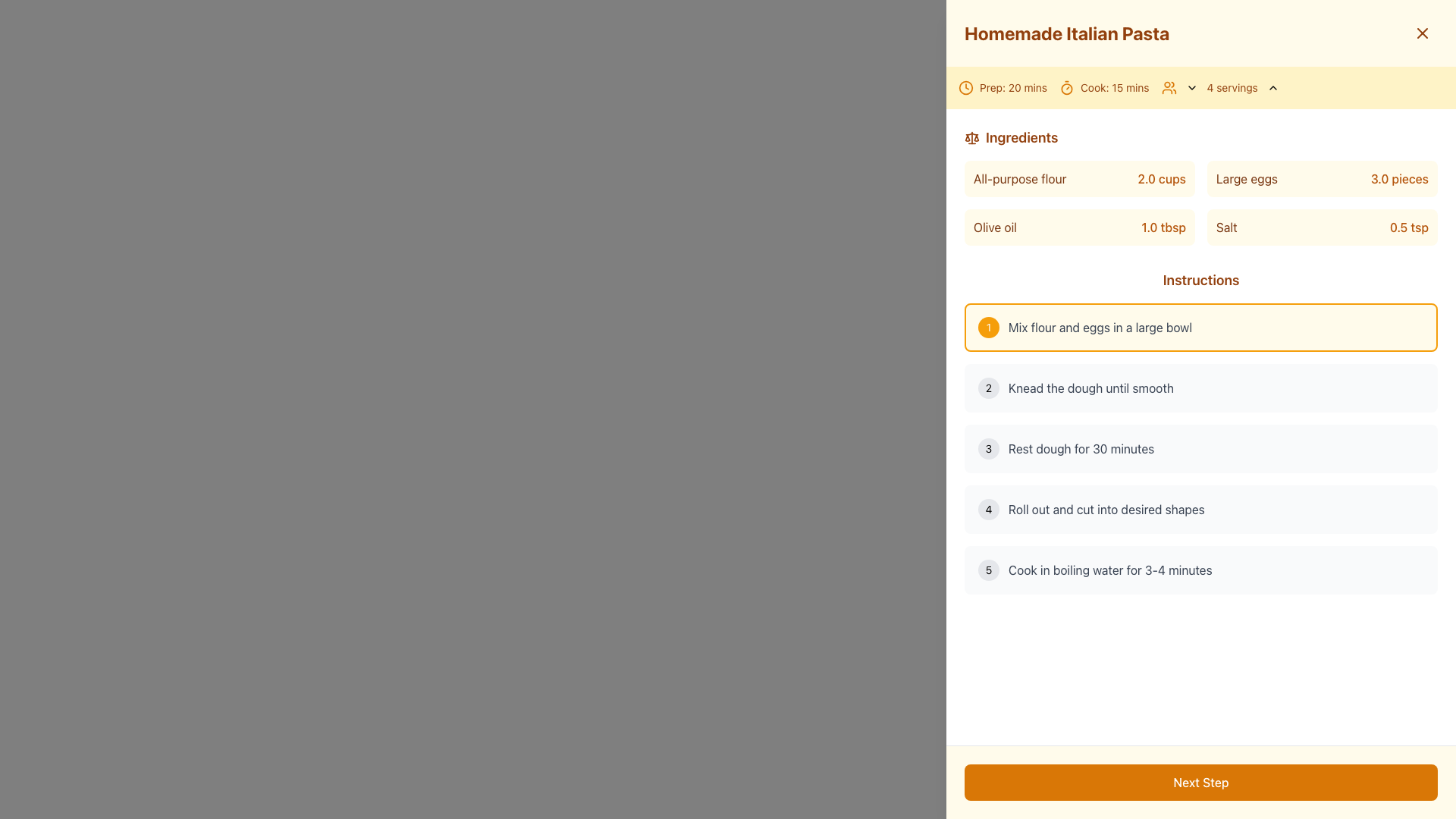 The image size is (1456, 819). What do you see at coordinates (1200, 509) in the screenshot?
I see `the fourth item in the ordered list of instructions` at bounding box center [1200, 509].